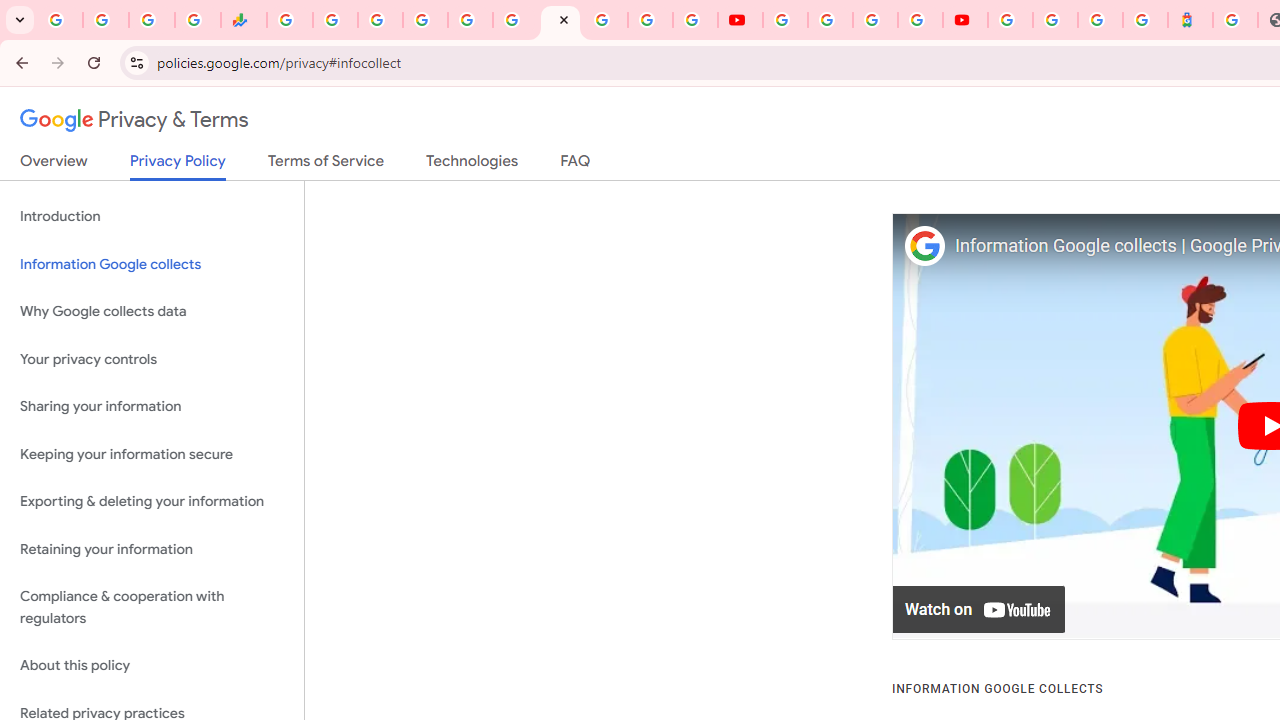 This screenshot has width=1280, height=720. What do you see at coordinates (60, 20) in the screenshot?
I see `'Google Workspace Admin Community'` at bounding box center [60, 20].